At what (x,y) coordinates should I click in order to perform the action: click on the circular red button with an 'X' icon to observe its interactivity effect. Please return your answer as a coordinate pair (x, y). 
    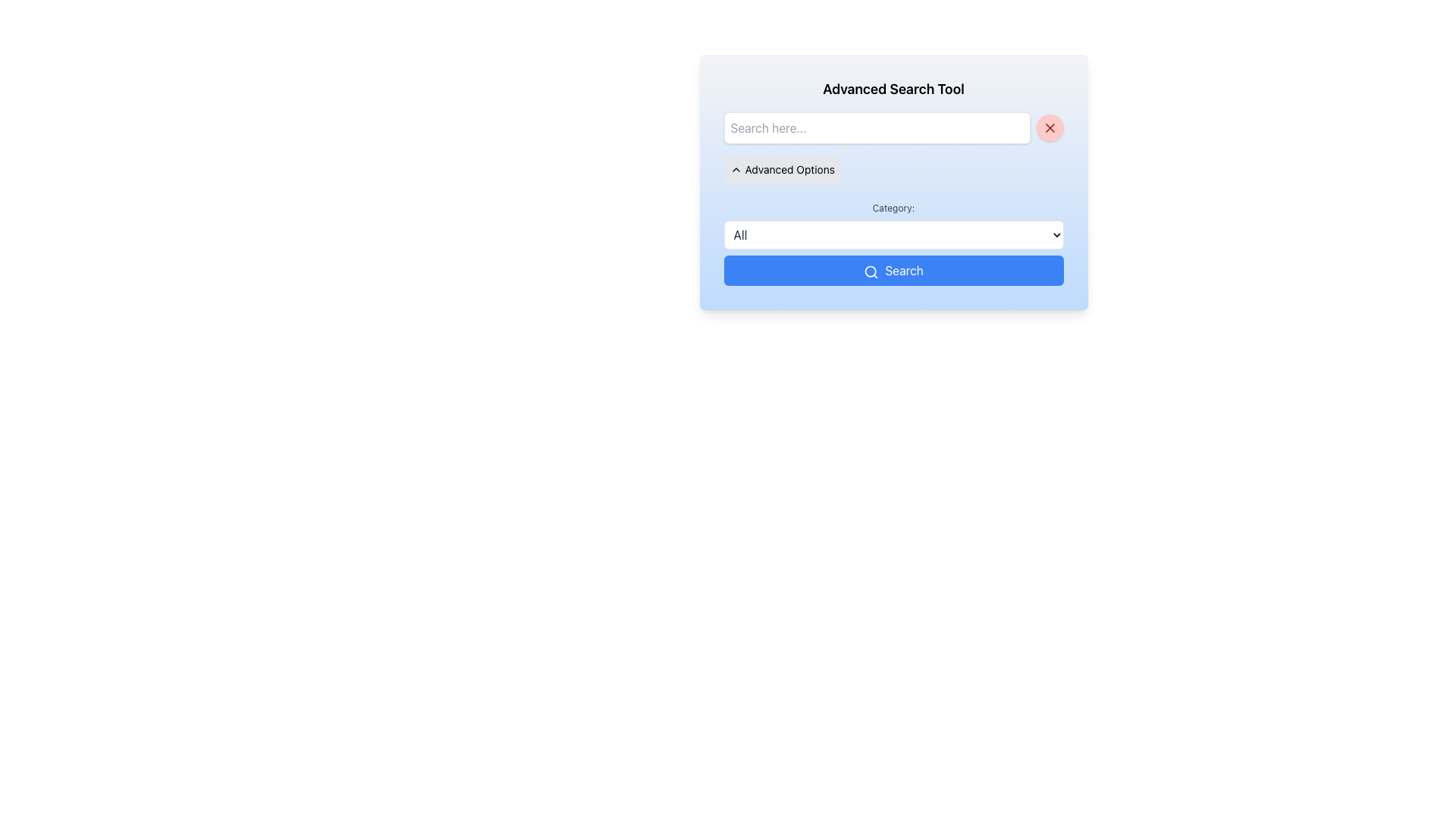
    Looking at the image, I should click on (1049, 127).